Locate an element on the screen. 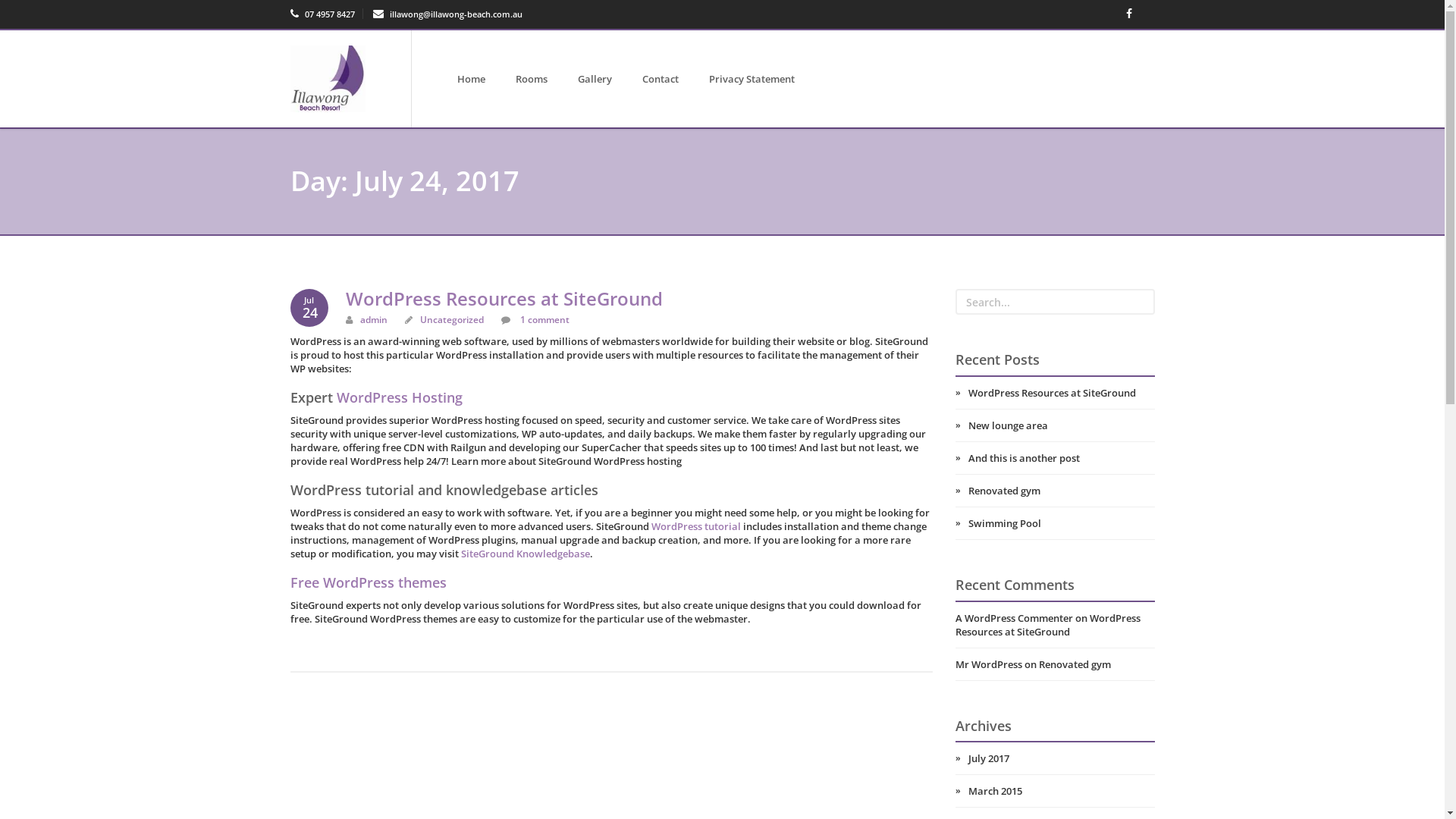  'New lounge area' is located at coordinates (1054, 425).